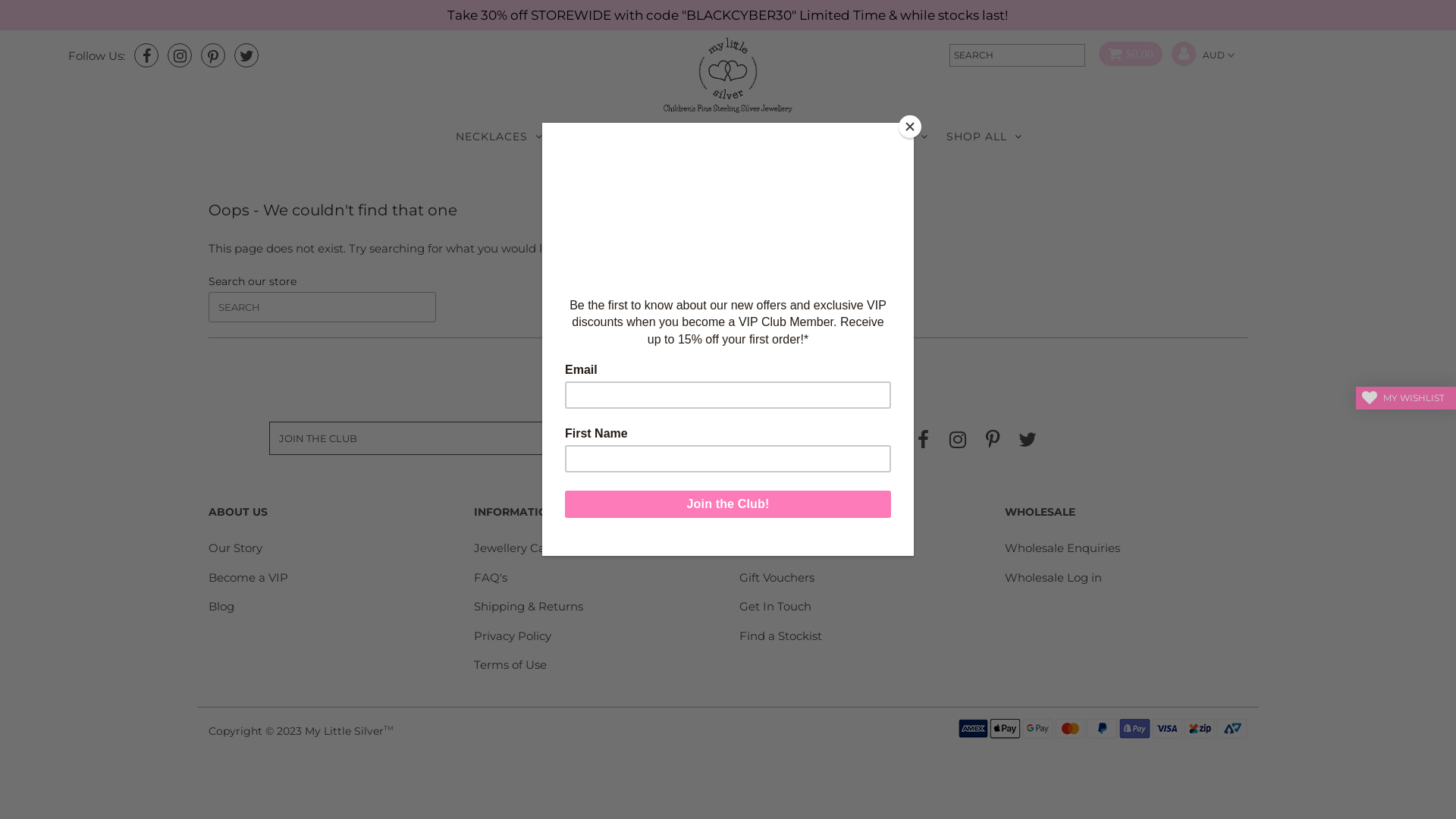  Describe the element at coordinates (775, 605) in the screenshot. I see `'Get In Touch'` at that location.